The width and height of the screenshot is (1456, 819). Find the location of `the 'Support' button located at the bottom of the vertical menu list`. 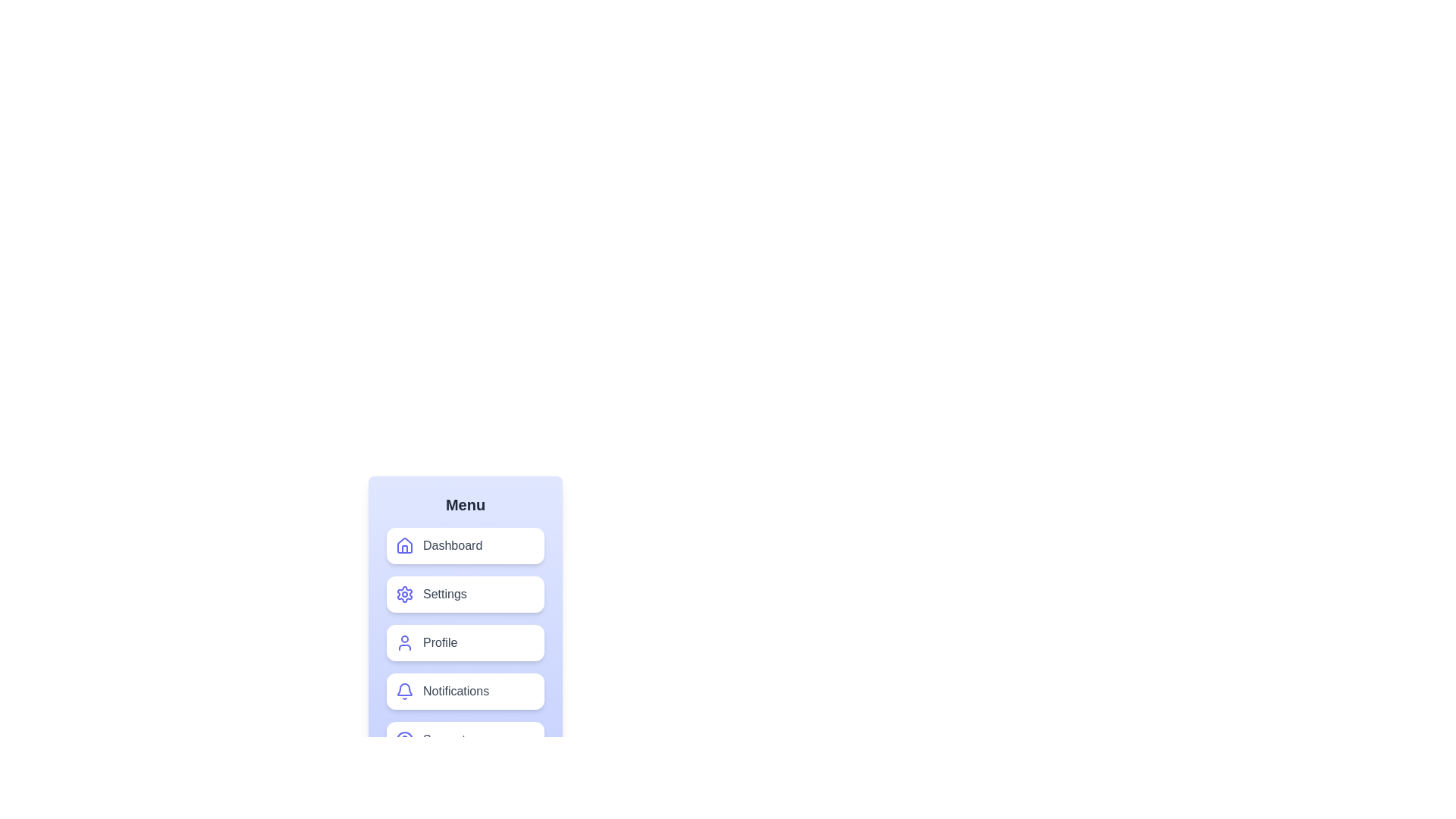

the 'Support' button located at the bottom of the vertical menu list is located at coordinates (465, 739).